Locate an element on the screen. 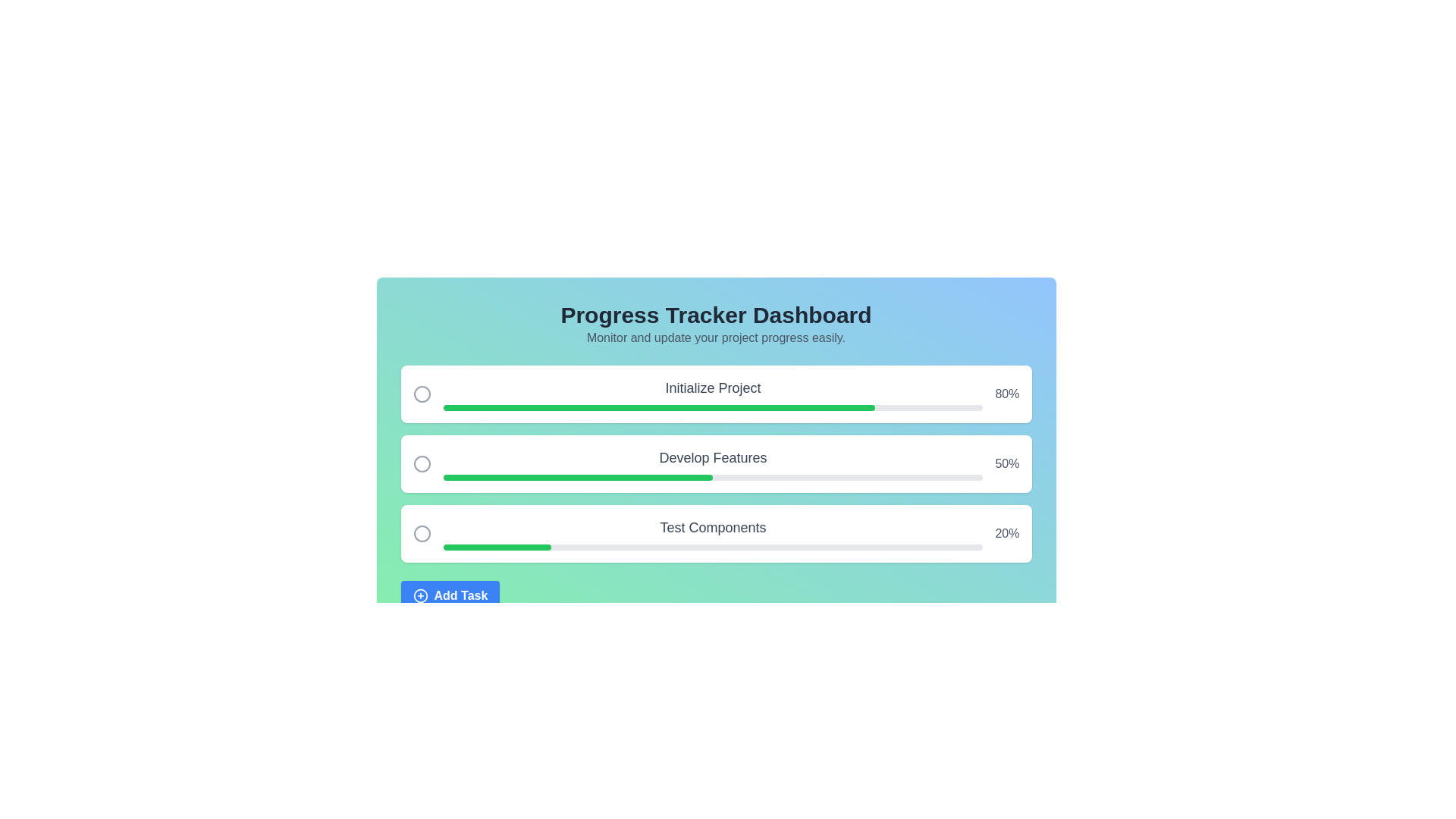  the green progress bar that is 80% filled, located in the 'Initialize Project' section above 'Develop Features' and 'Test Components' is located at coordinates (659, 406).